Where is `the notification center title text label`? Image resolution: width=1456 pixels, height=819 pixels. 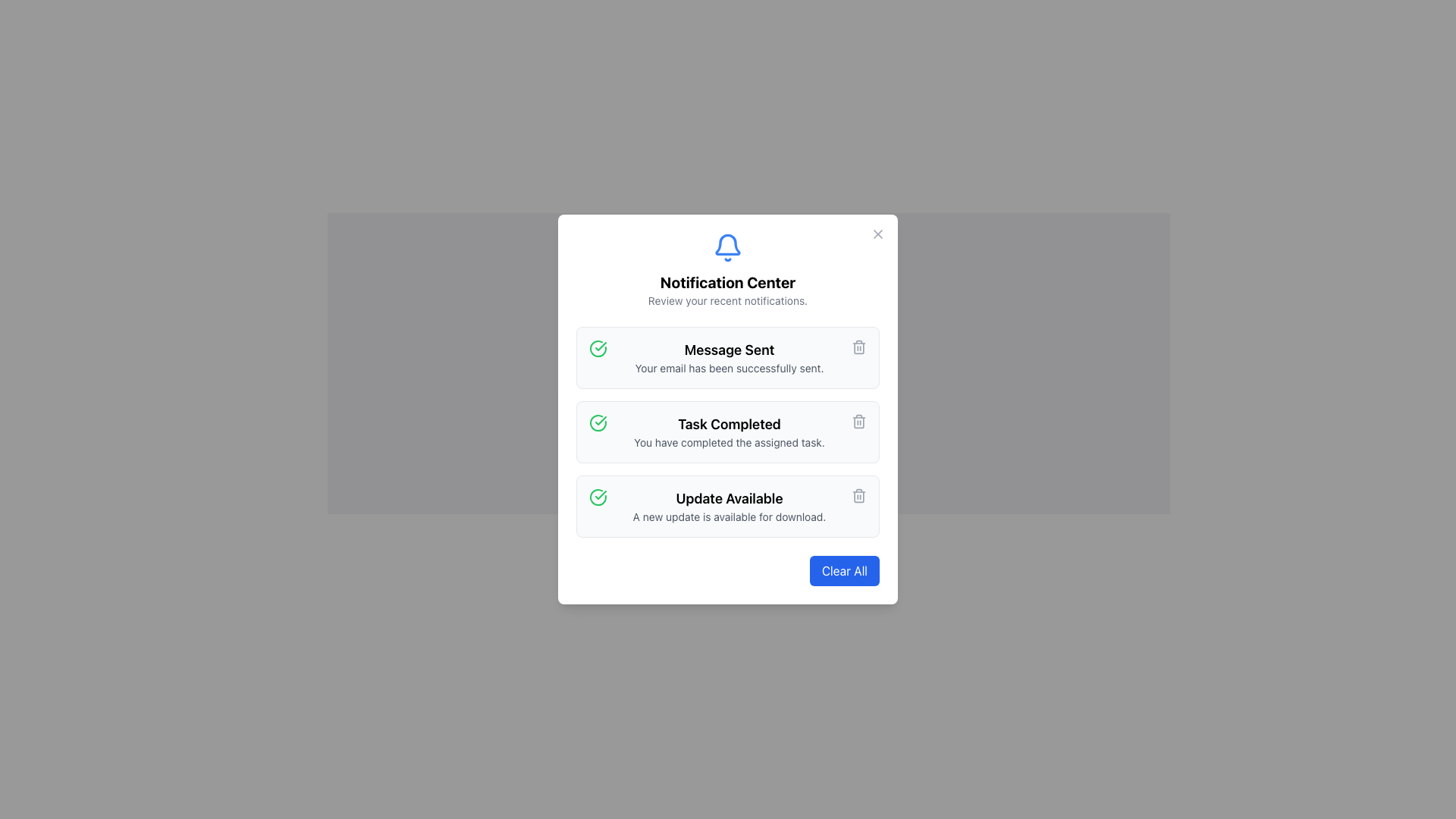
the notification center title text label is located at coordinates (728, 283).